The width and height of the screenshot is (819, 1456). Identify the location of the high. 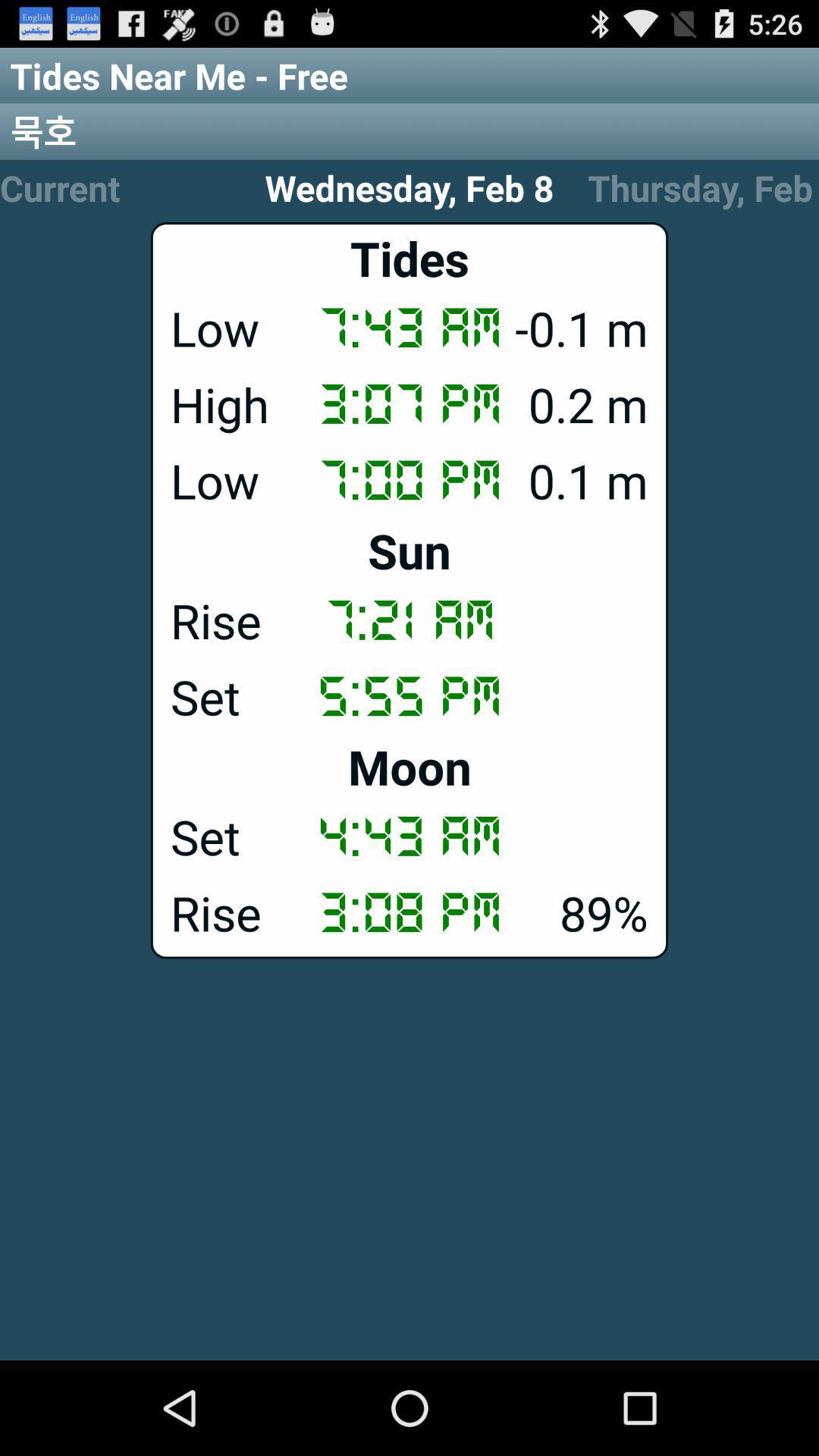
(409, 404).